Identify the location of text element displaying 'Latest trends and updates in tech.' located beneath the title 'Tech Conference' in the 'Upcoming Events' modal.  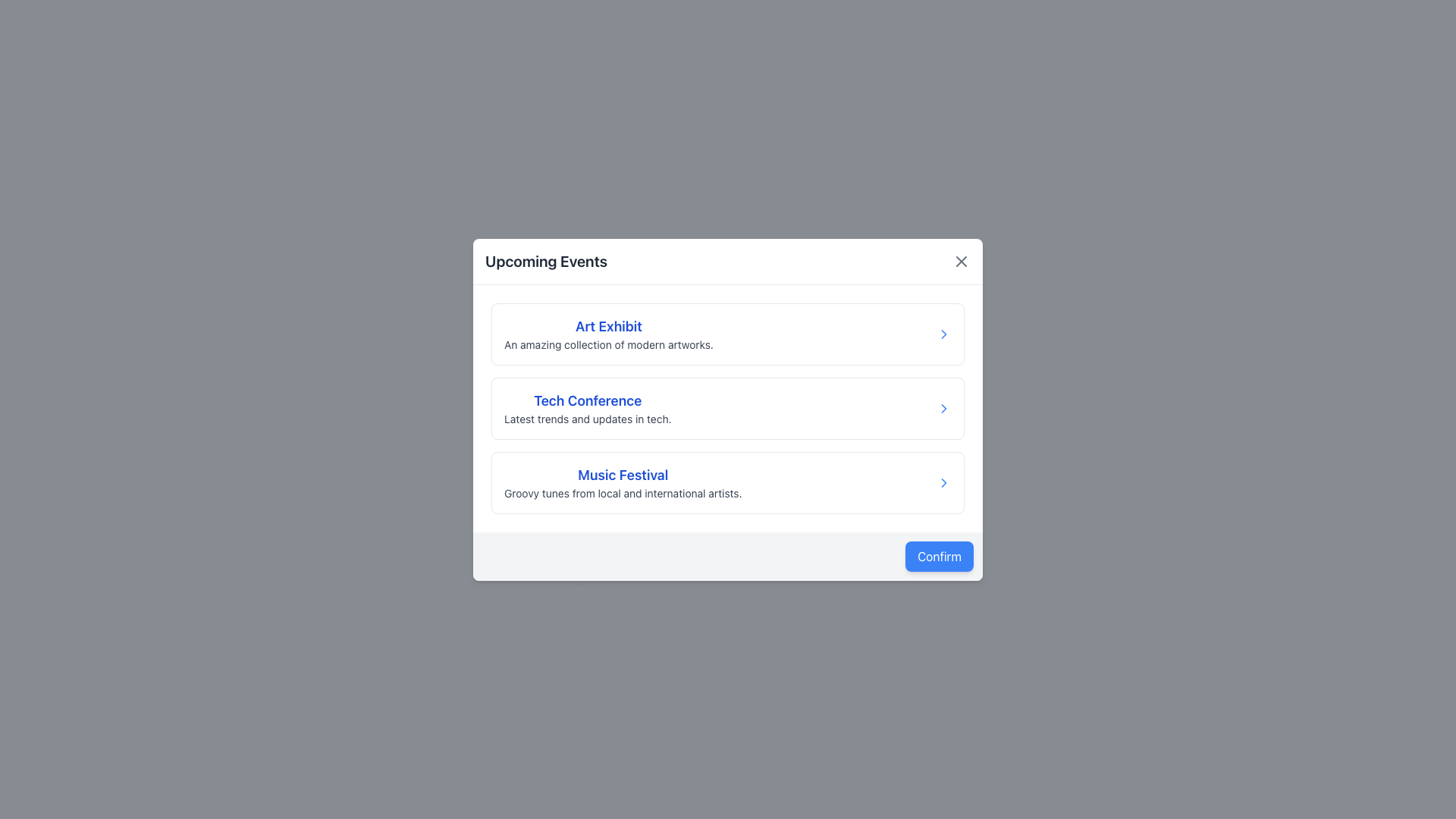
(587, 419).